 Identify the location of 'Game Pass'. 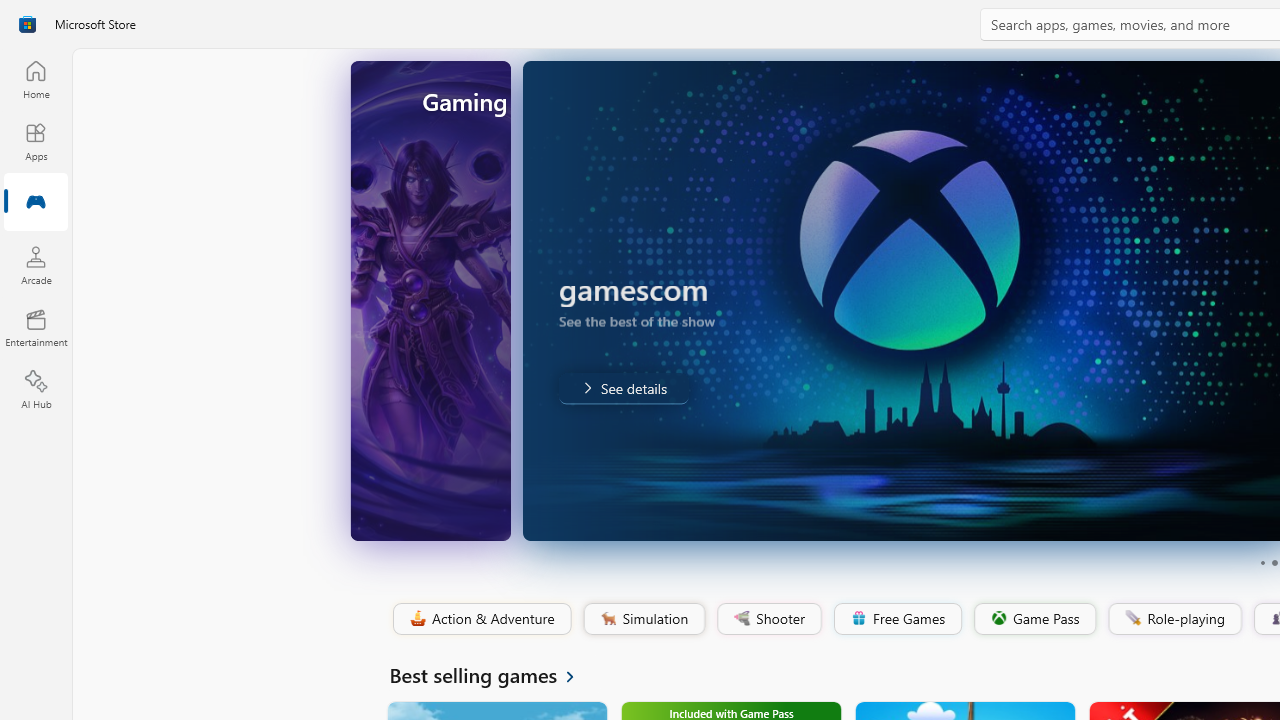
(1033, 618).